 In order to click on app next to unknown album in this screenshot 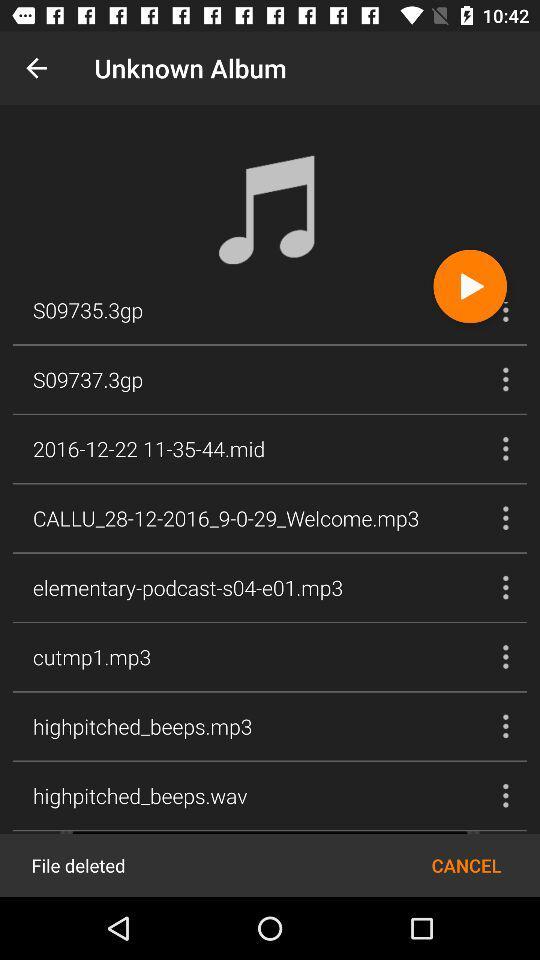, I will do `click(36, 68)`.